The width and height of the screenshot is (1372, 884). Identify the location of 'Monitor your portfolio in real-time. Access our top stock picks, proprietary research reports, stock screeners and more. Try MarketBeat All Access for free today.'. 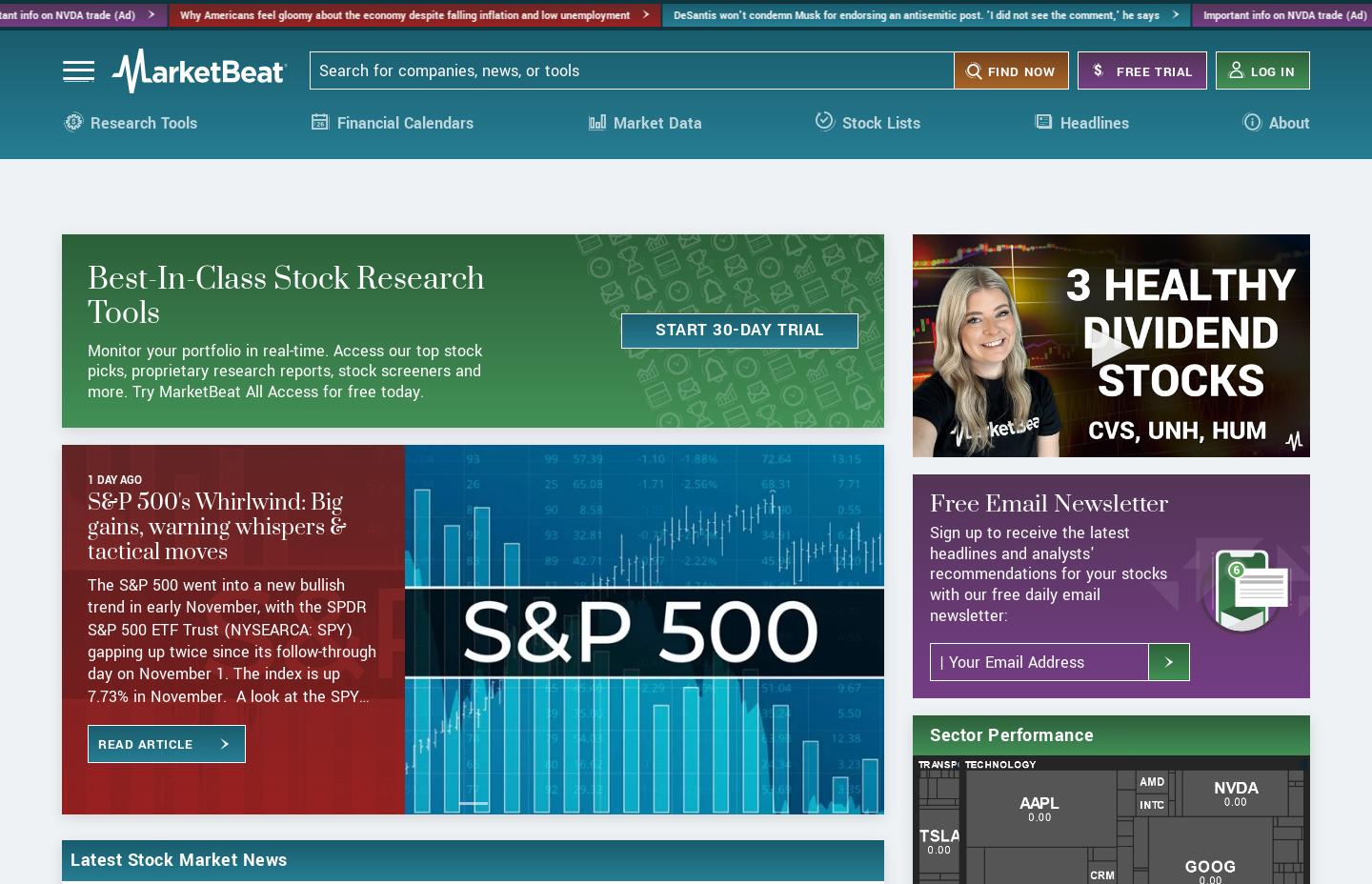
(283, 432).